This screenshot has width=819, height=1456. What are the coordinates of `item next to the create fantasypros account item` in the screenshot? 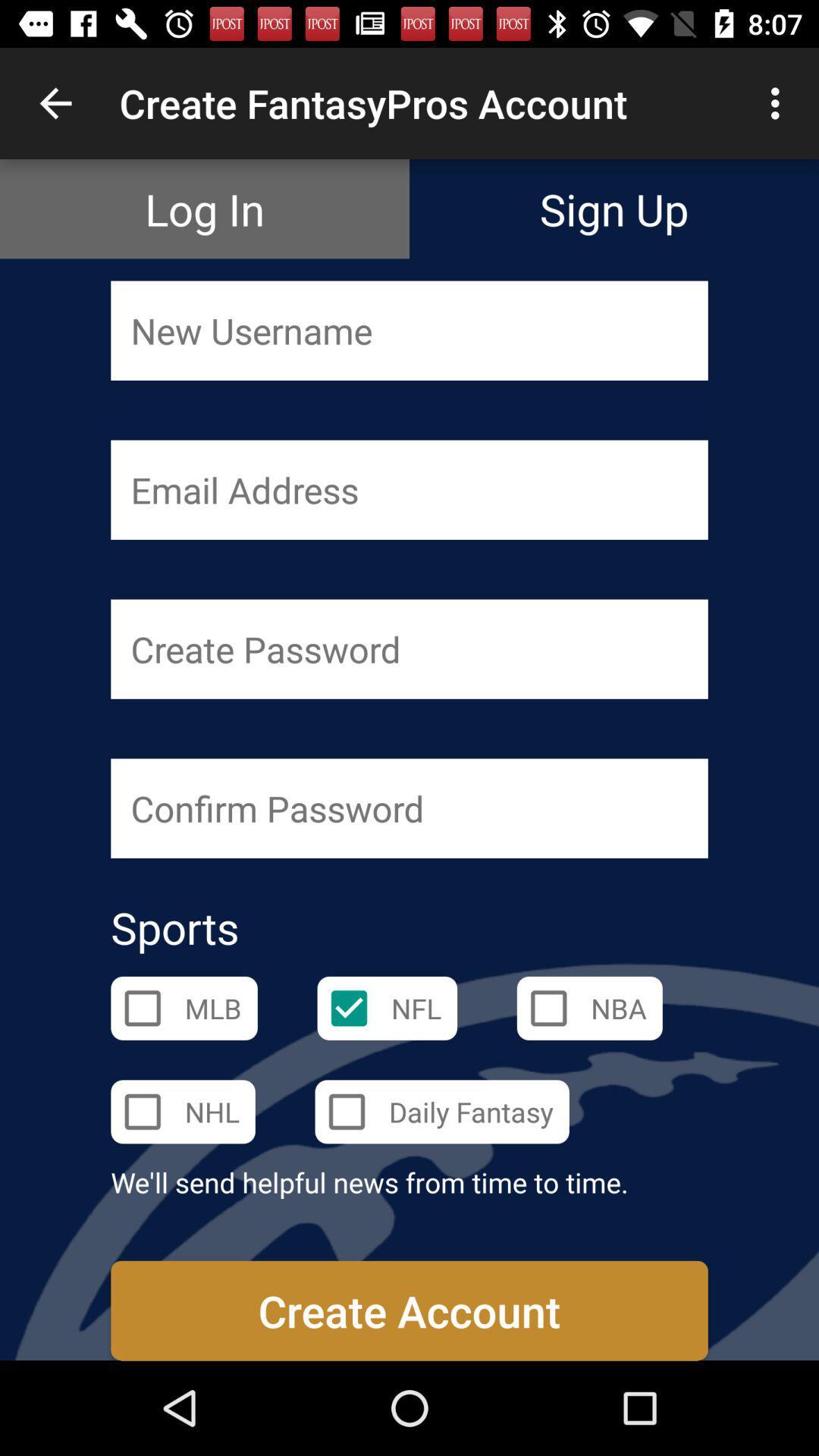 It's located at (55, 102).